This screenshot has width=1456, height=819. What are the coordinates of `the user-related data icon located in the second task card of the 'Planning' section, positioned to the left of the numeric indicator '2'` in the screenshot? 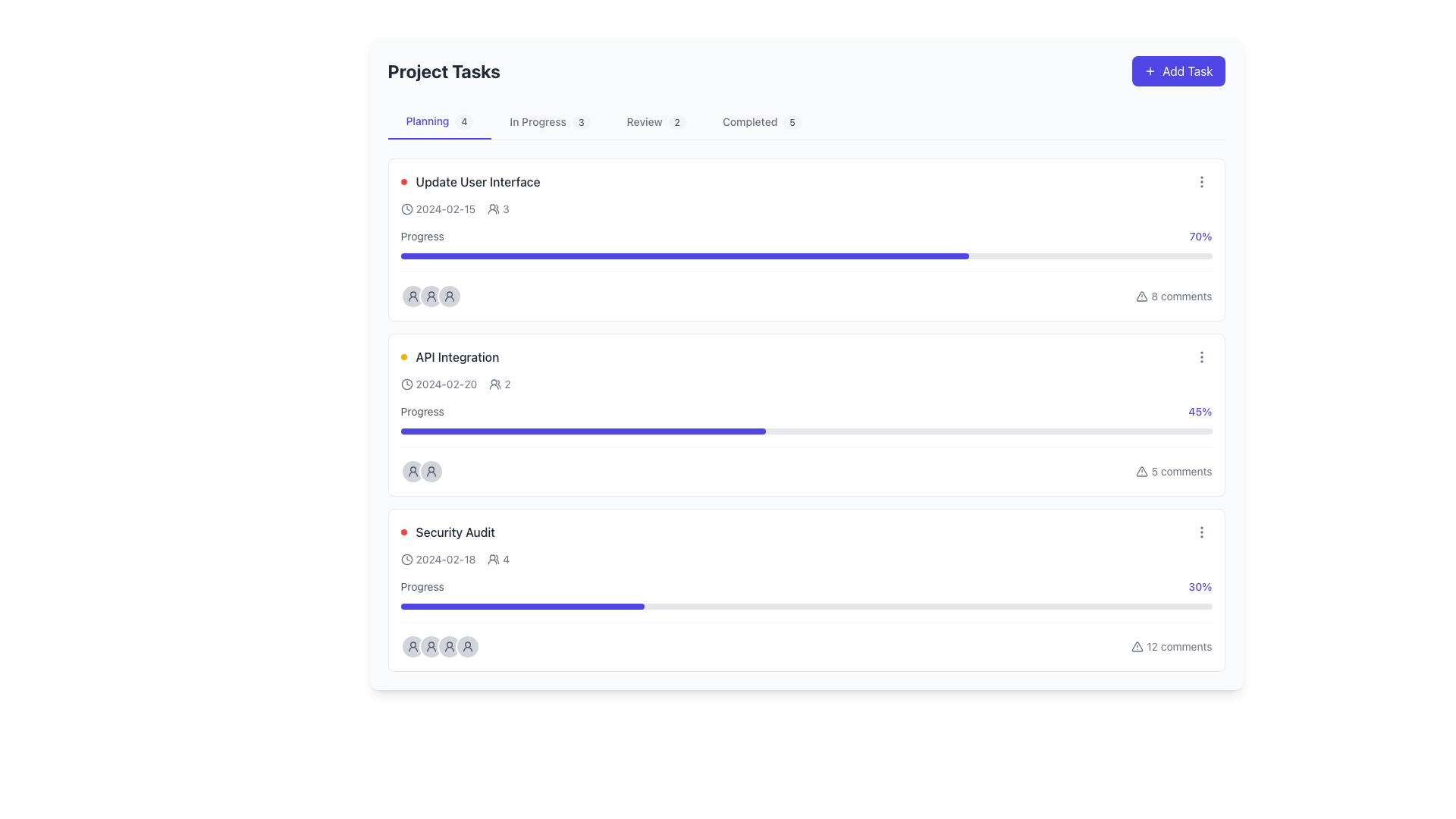 It's located at (495, 383).